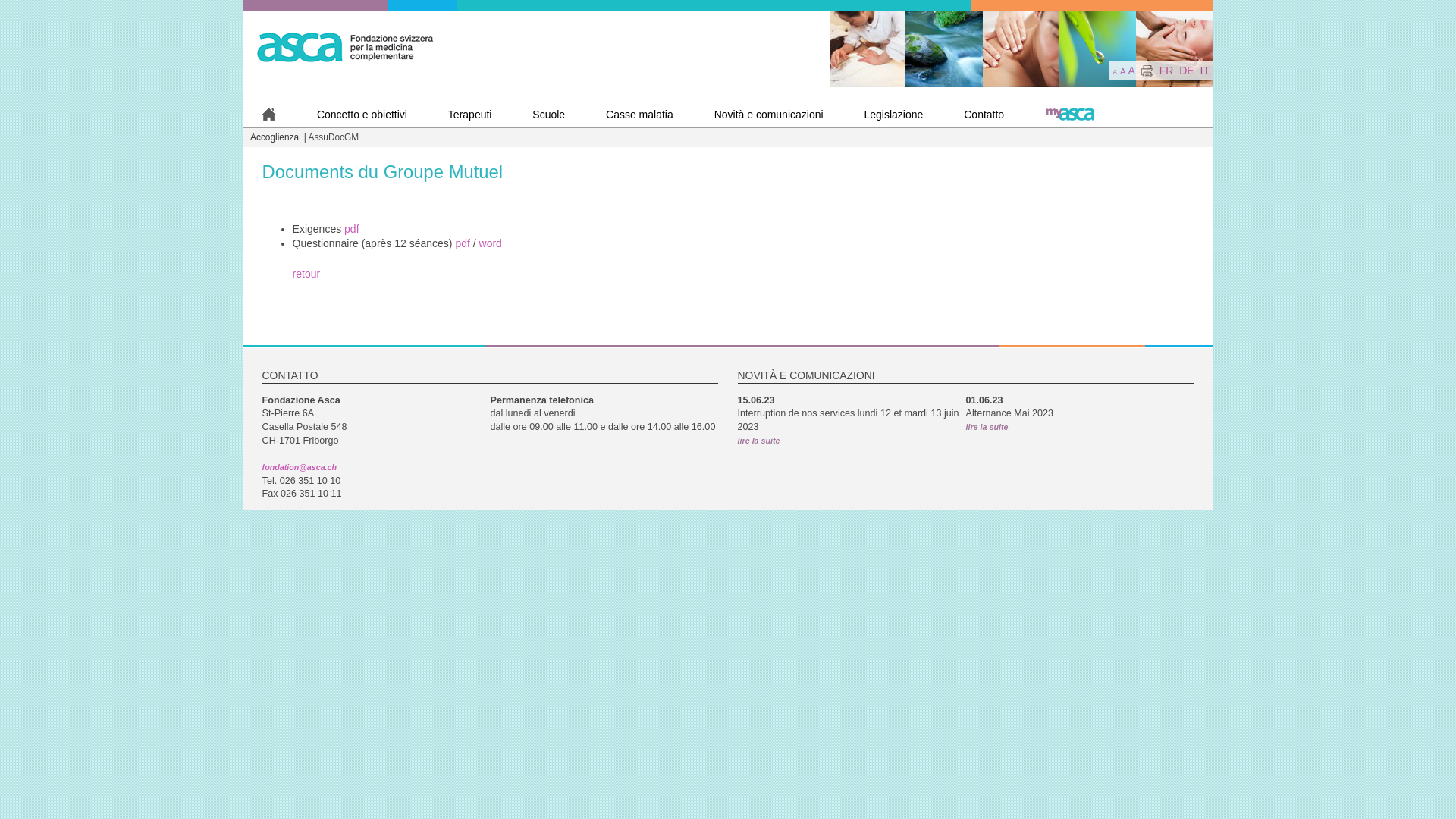 Image resolution: width=1456 pixels, height=819 pixels. What do you see at coordinates (306, 274) in the screenshot?
I see `'retour'` at bounding box center [306, 274].